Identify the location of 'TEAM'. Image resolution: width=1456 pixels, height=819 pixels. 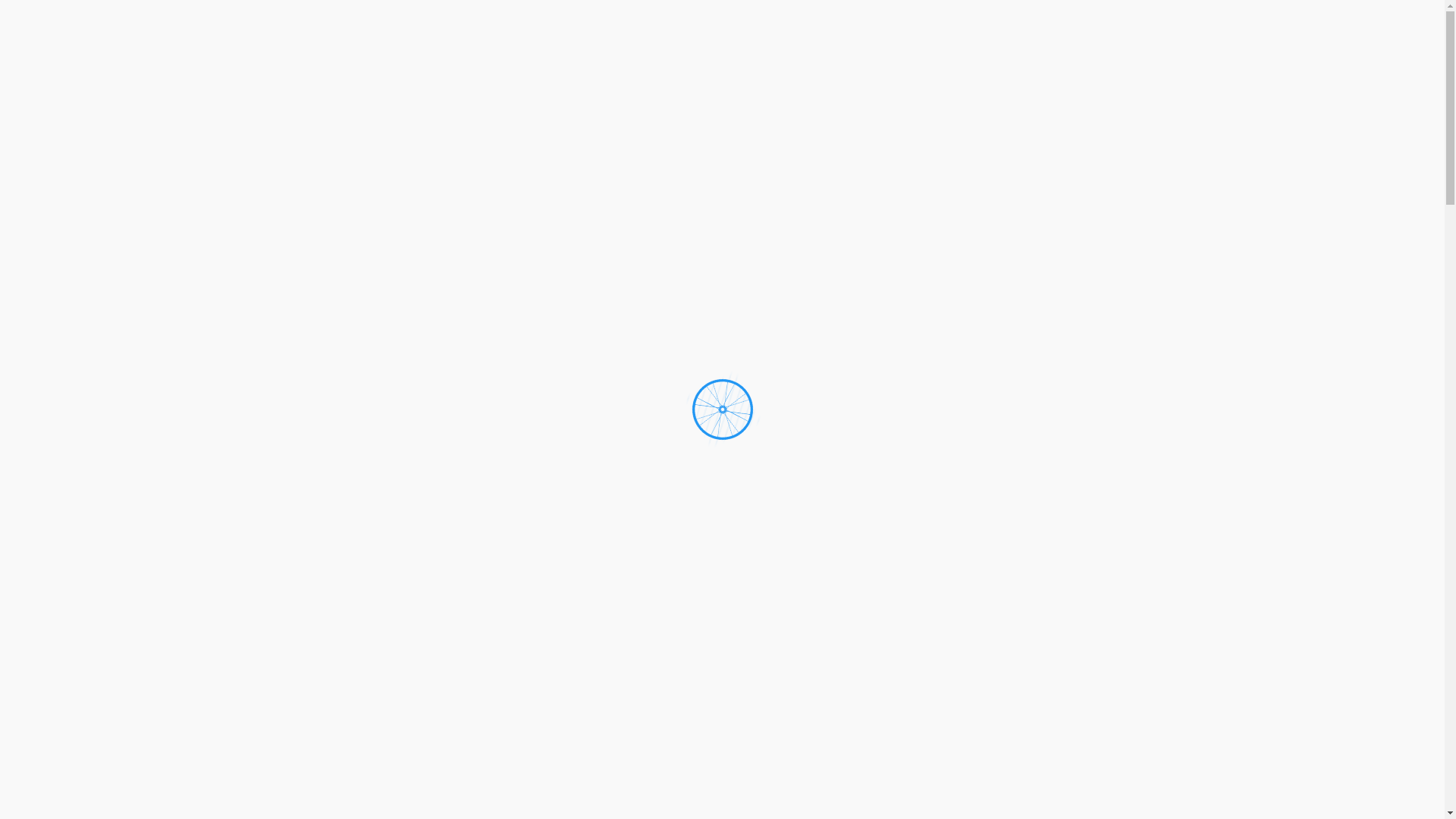
(1062, 74).